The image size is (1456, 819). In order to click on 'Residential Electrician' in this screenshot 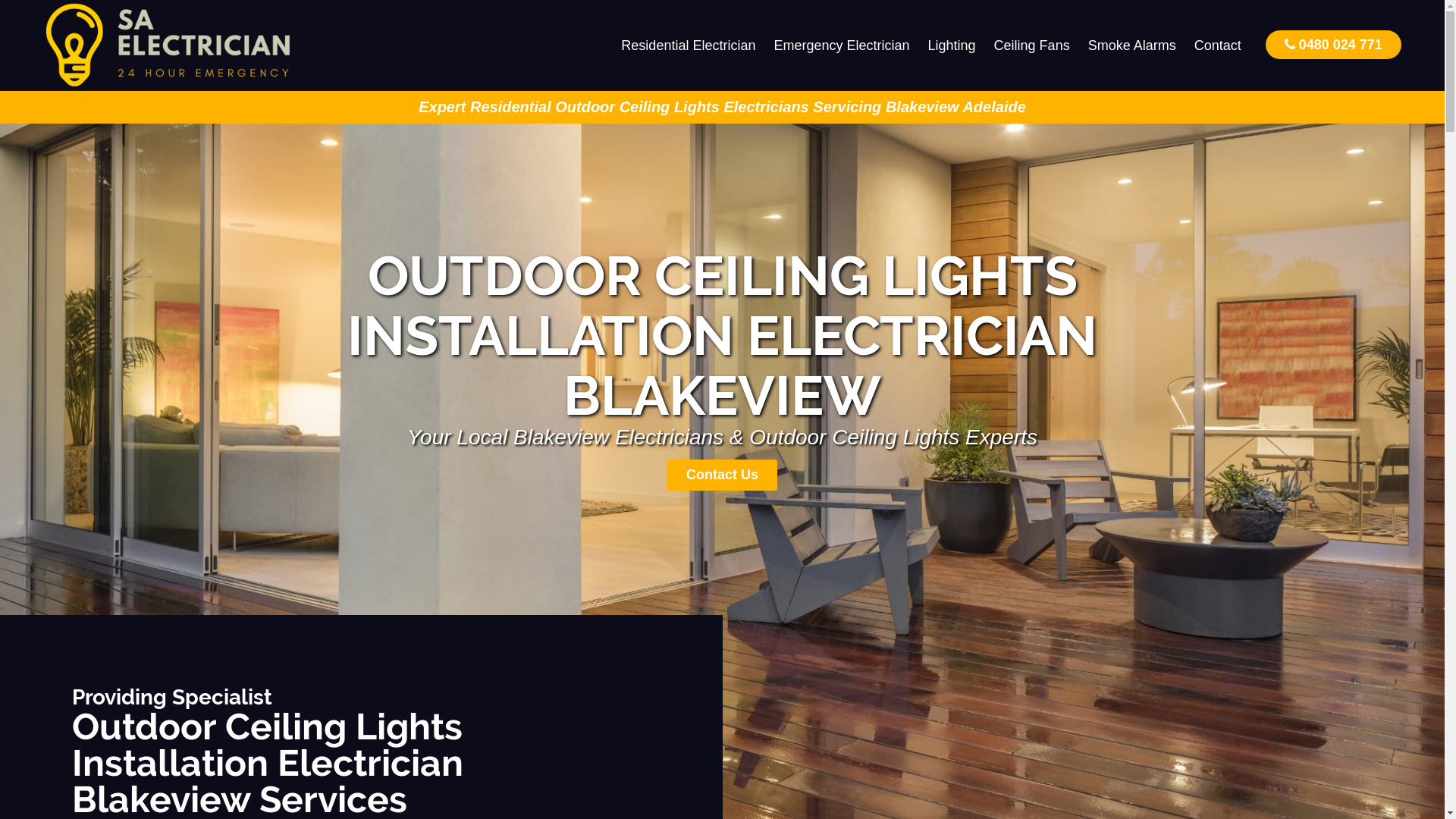, I will do `click(611, 45)`.